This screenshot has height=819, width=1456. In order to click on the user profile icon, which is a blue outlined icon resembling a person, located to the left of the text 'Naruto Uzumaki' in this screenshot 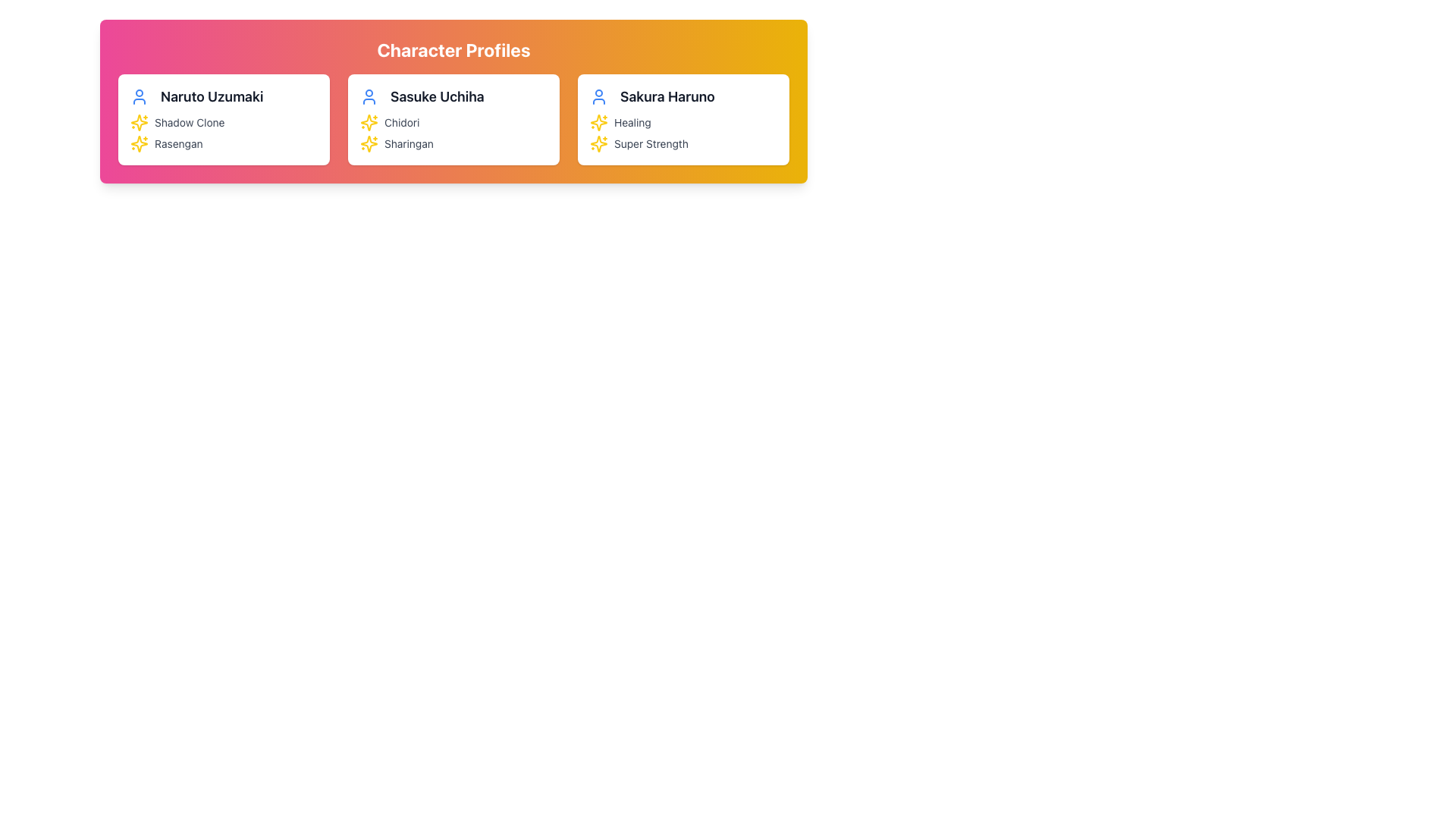, I will do `click(139, 96)`.